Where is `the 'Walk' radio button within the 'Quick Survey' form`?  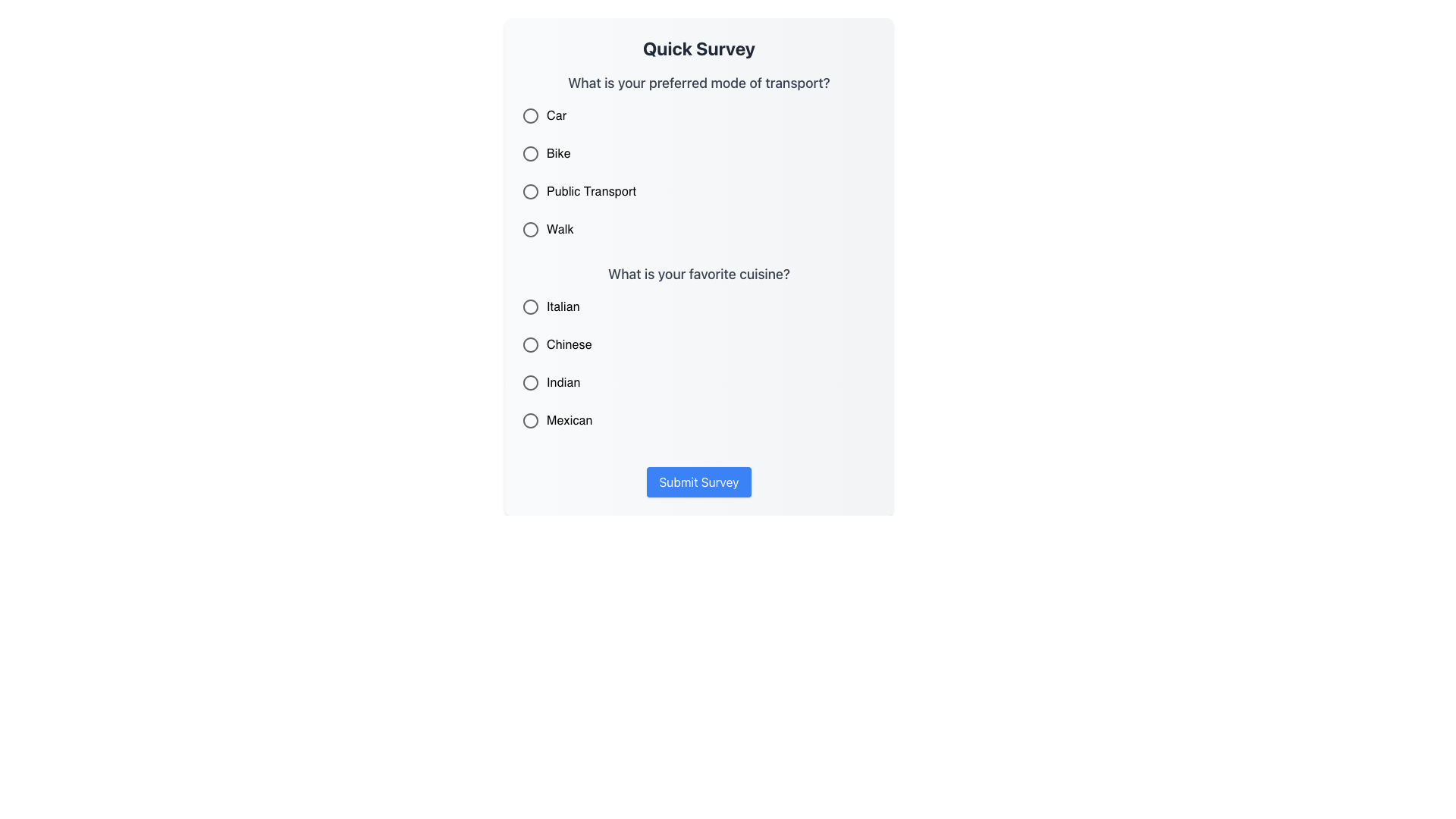 the 'Walk' radio button within the 'Quick Survey' form is located at coordinates (531, 230).